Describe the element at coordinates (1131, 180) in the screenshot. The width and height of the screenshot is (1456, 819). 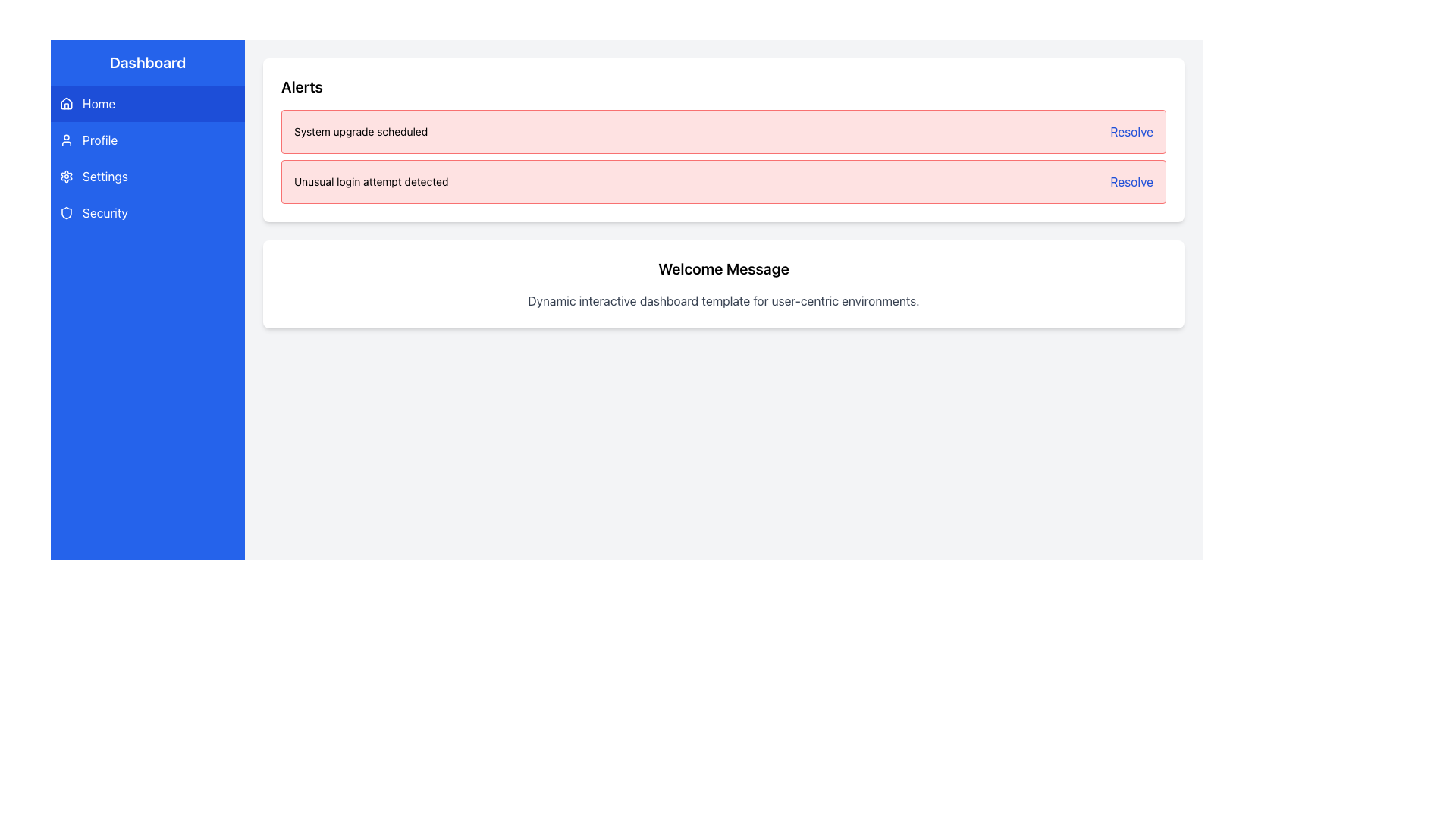
I see `the link styled as text located at the top-right corner of the second alert box in the 'Alerts' section of the dashboard to initiate the resolution process for the alert regarding 'Unusual login attempt detected'` at that location.